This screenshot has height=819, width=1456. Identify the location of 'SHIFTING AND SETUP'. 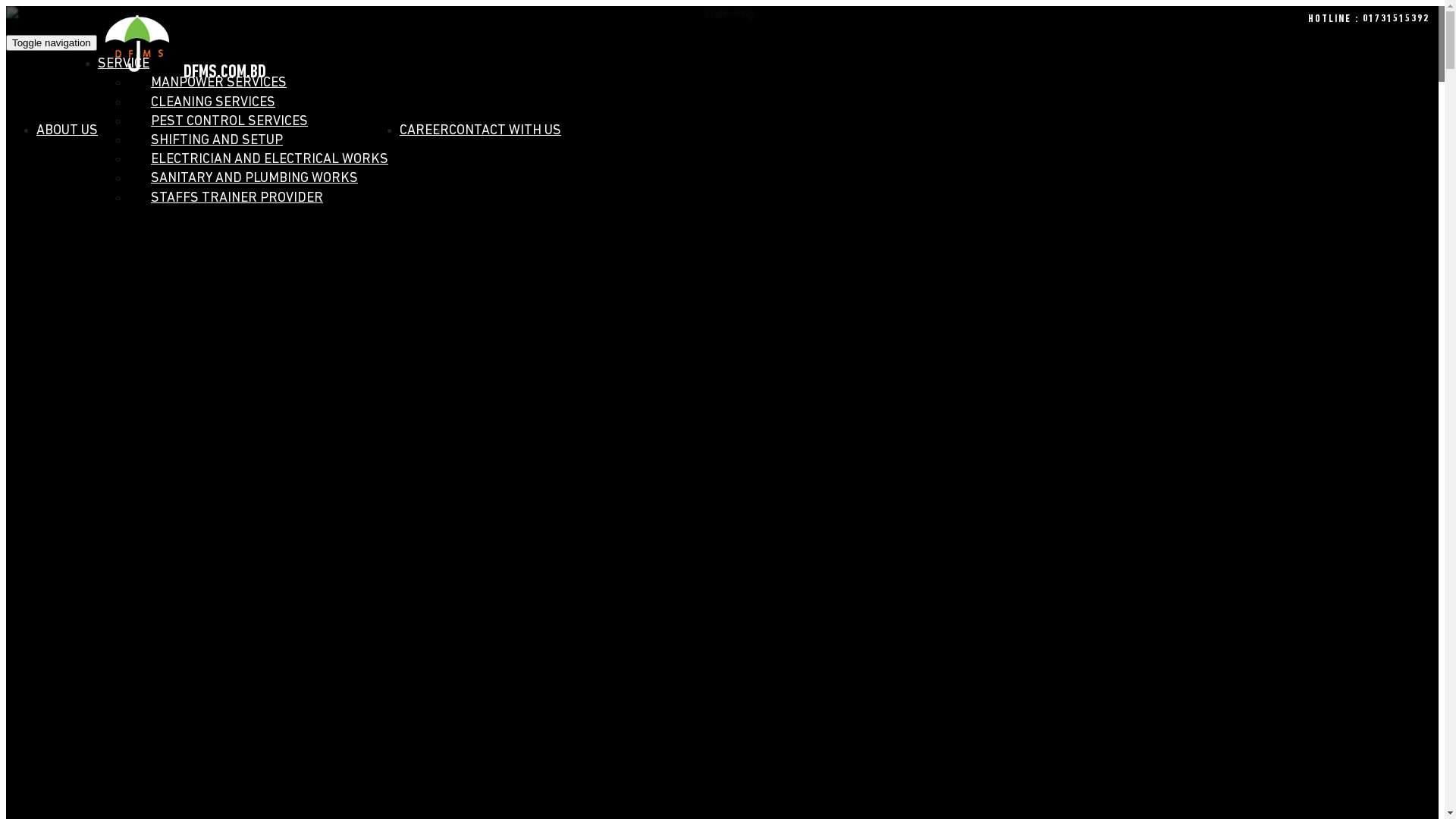
(210, 140).